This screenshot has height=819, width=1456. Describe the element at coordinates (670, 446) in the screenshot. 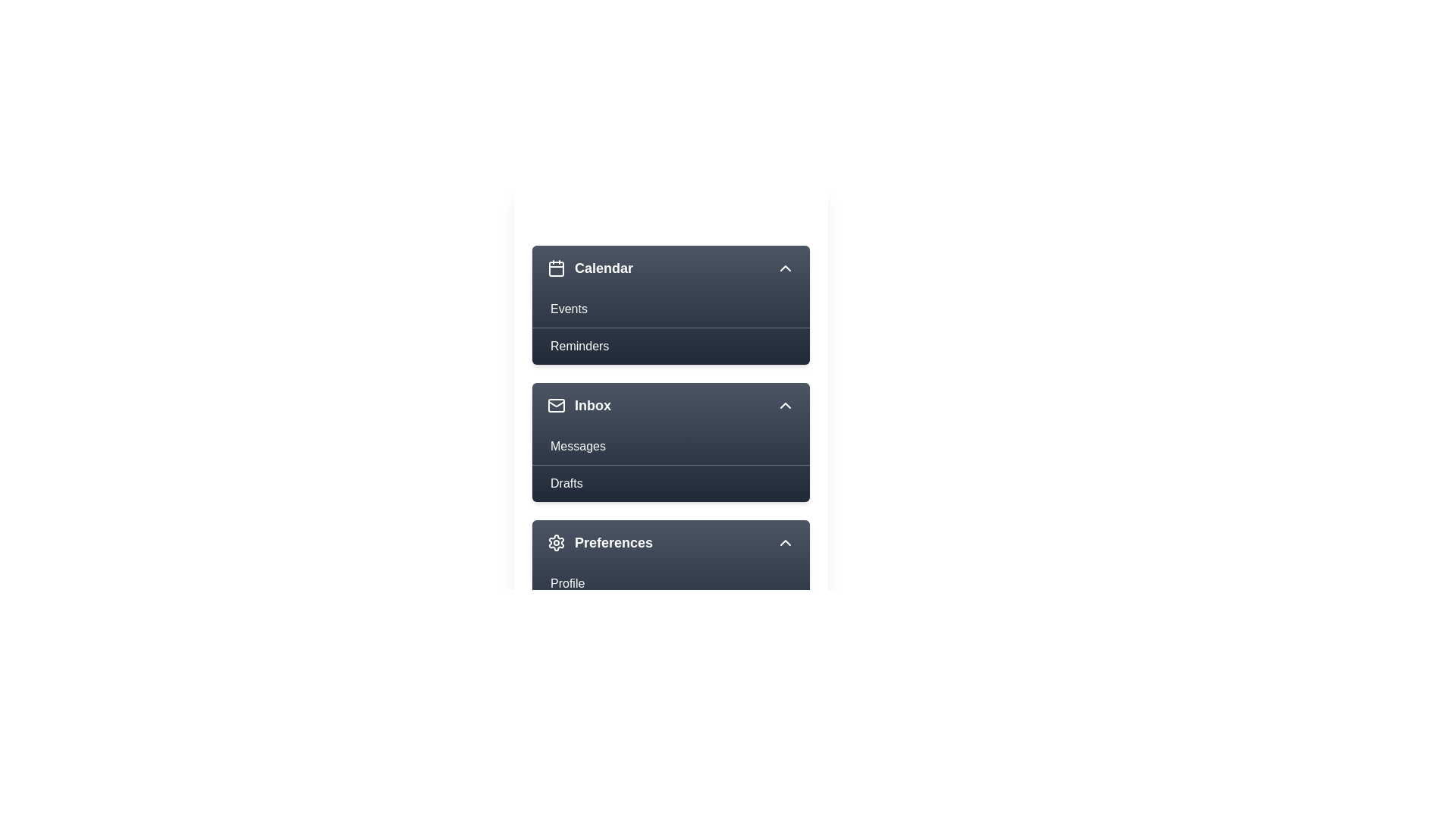

I see `the menu item Messages from the section Inbox` at that location.